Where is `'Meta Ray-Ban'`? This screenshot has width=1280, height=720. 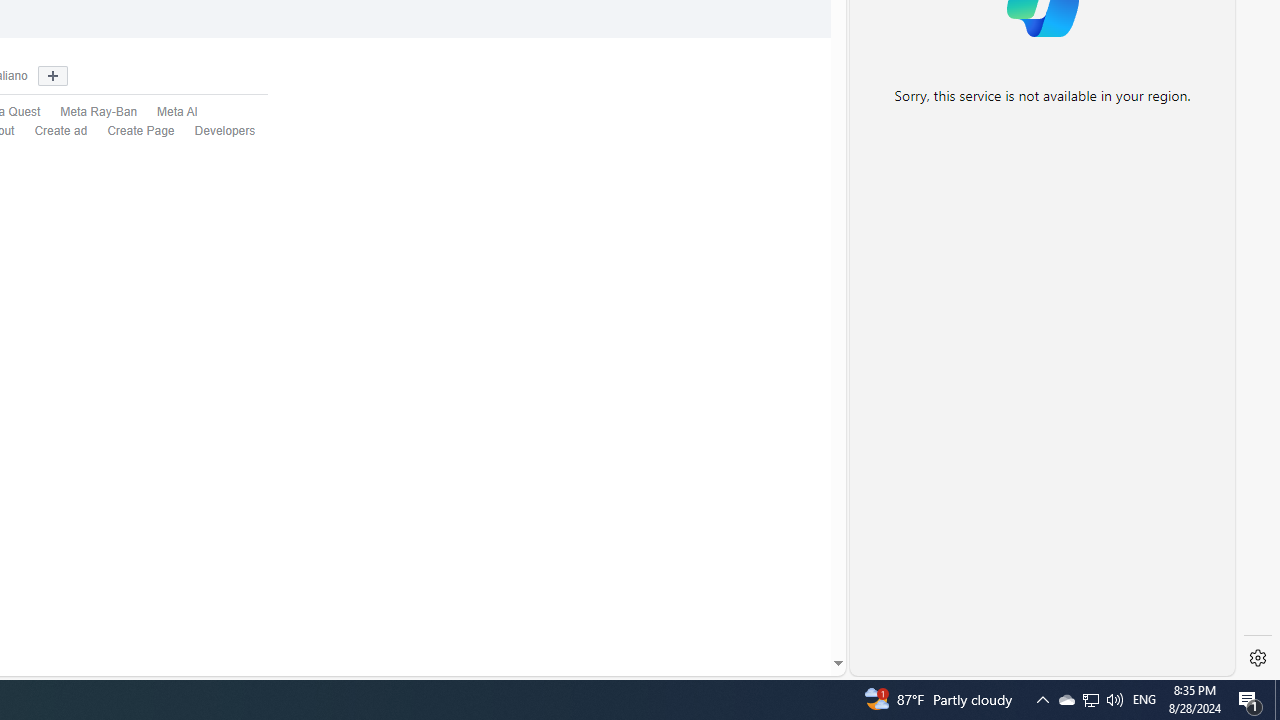
'Meta Ray-Ban' is located at coordinates (98, 112).